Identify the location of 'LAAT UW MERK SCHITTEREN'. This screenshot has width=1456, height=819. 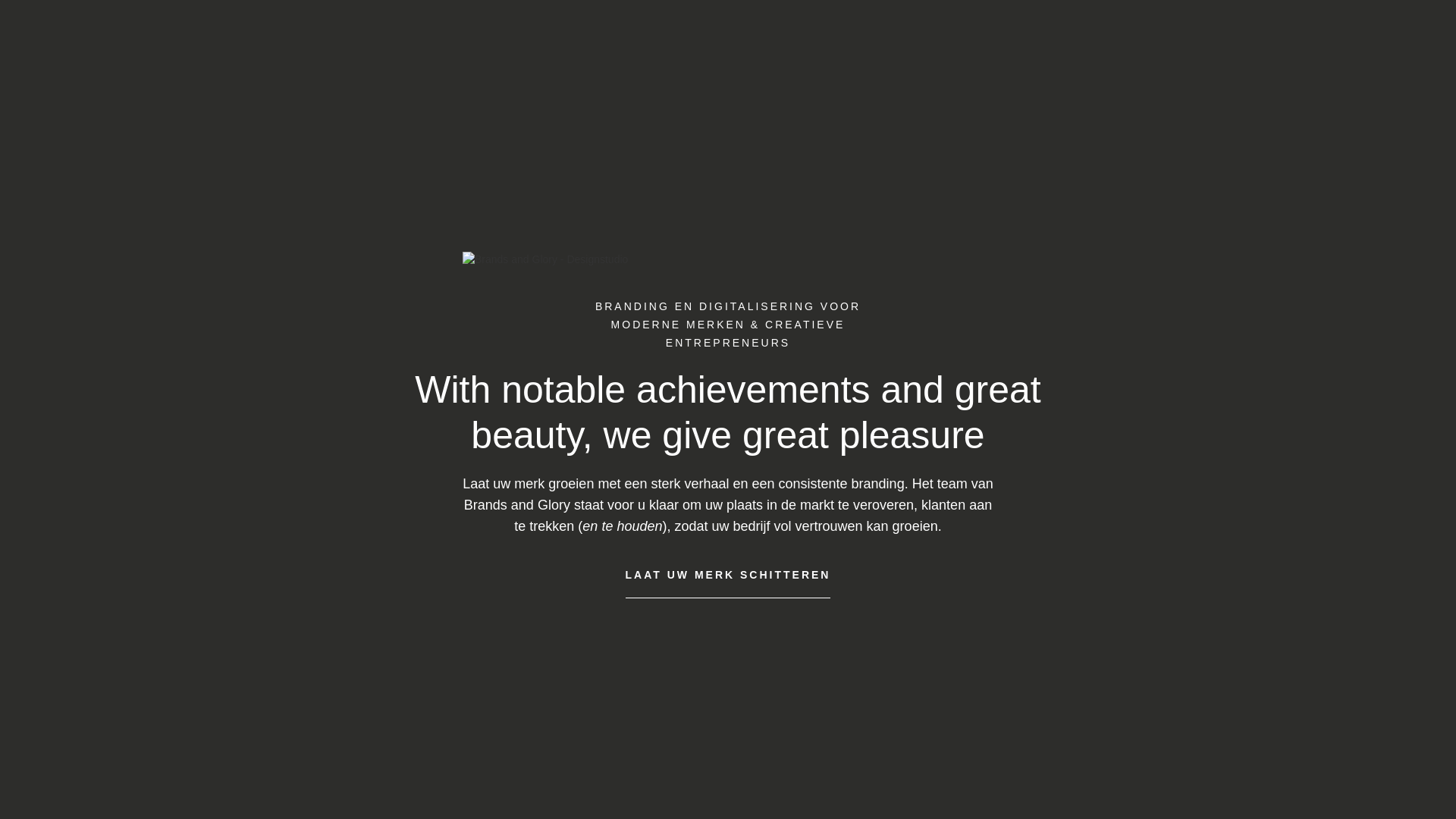
(728, 575).